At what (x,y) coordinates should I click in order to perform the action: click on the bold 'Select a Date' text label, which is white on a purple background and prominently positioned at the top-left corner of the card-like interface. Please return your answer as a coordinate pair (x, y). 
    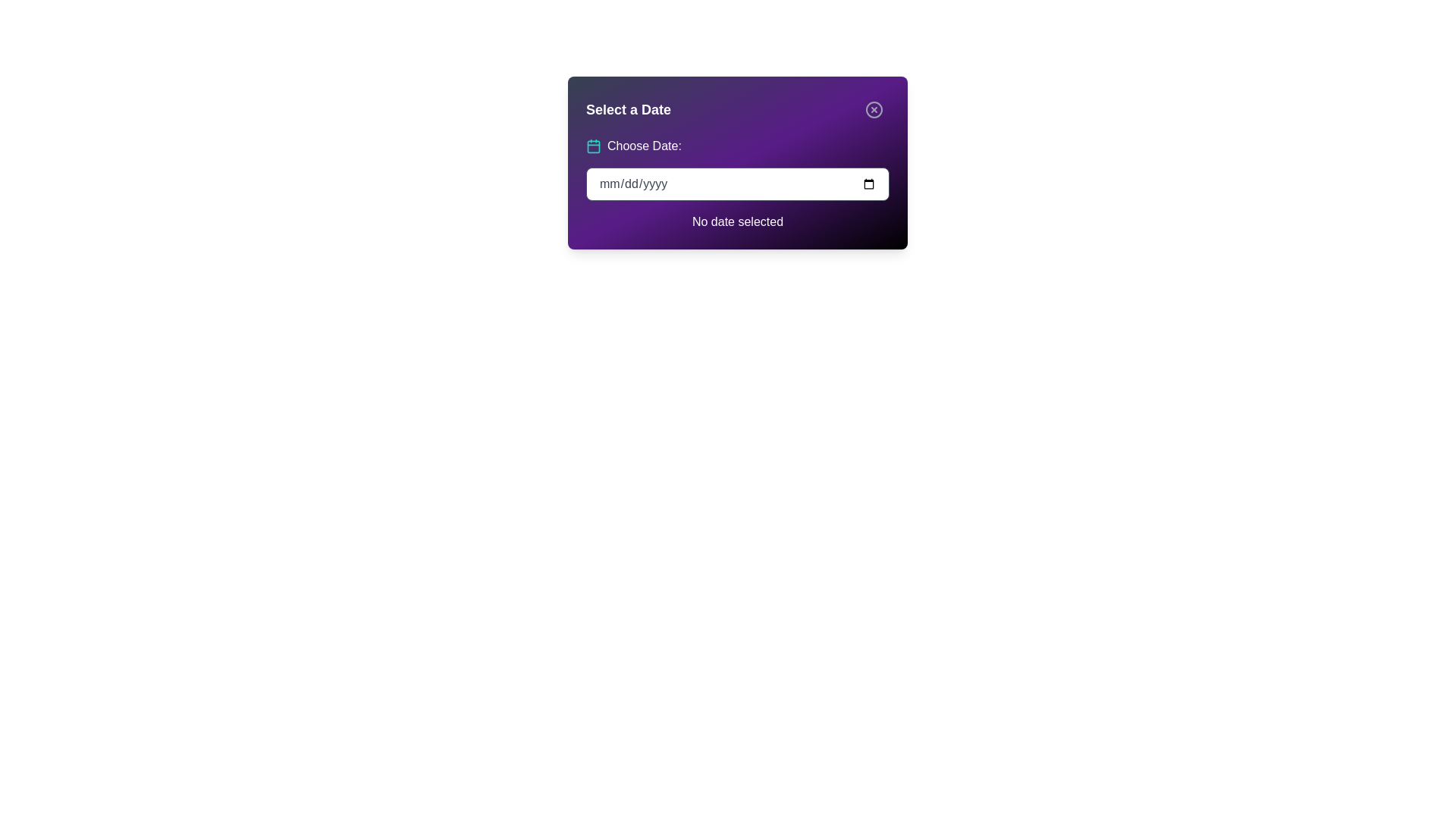
    Looking at the image, I should click on (629, 109).